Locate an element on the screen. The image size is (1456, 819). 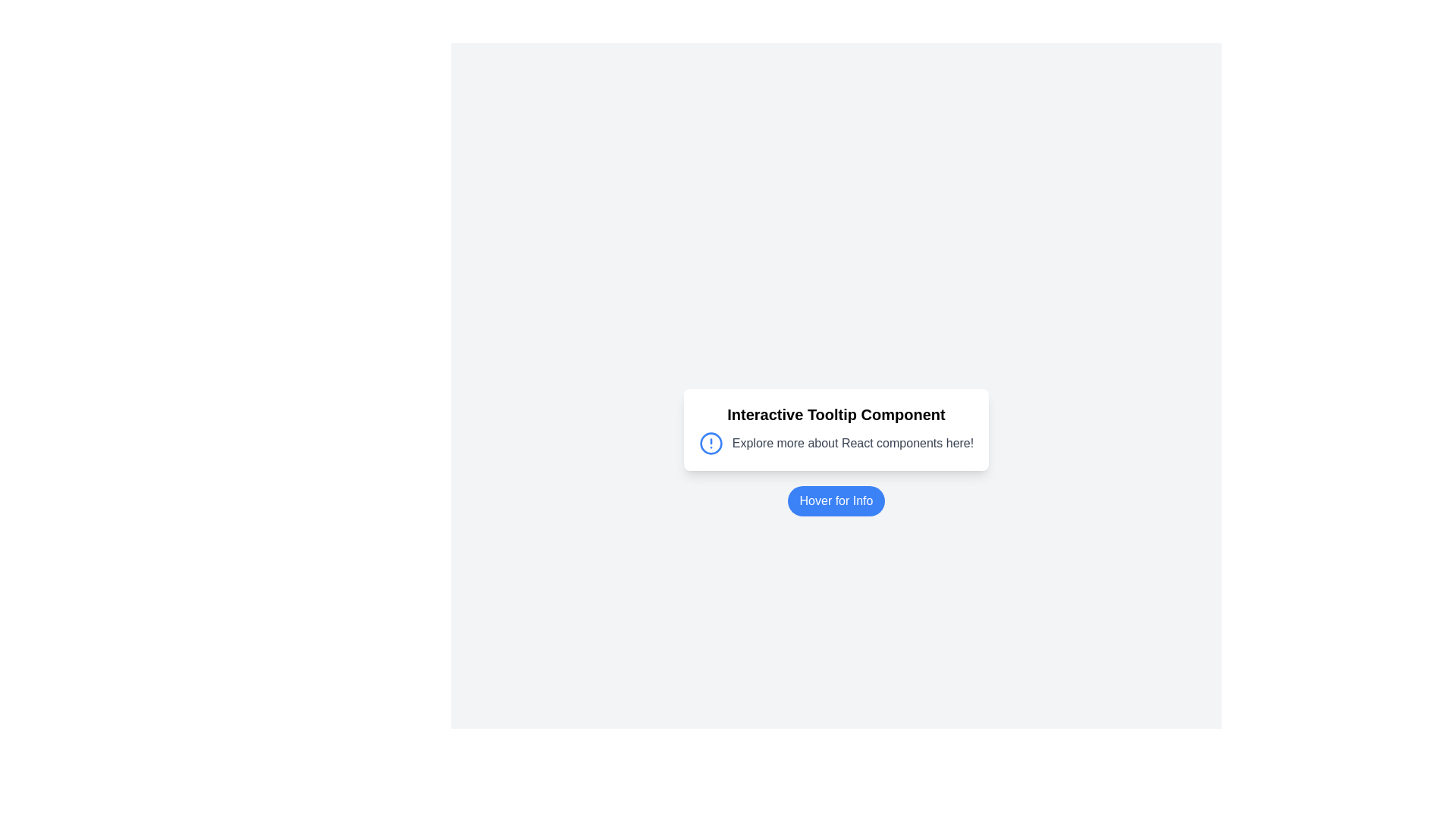
the circular icon with a blue border and an exclamation mark, located to the left of the text 'Explore more about React components here!' is located at coordinates (710, 444).